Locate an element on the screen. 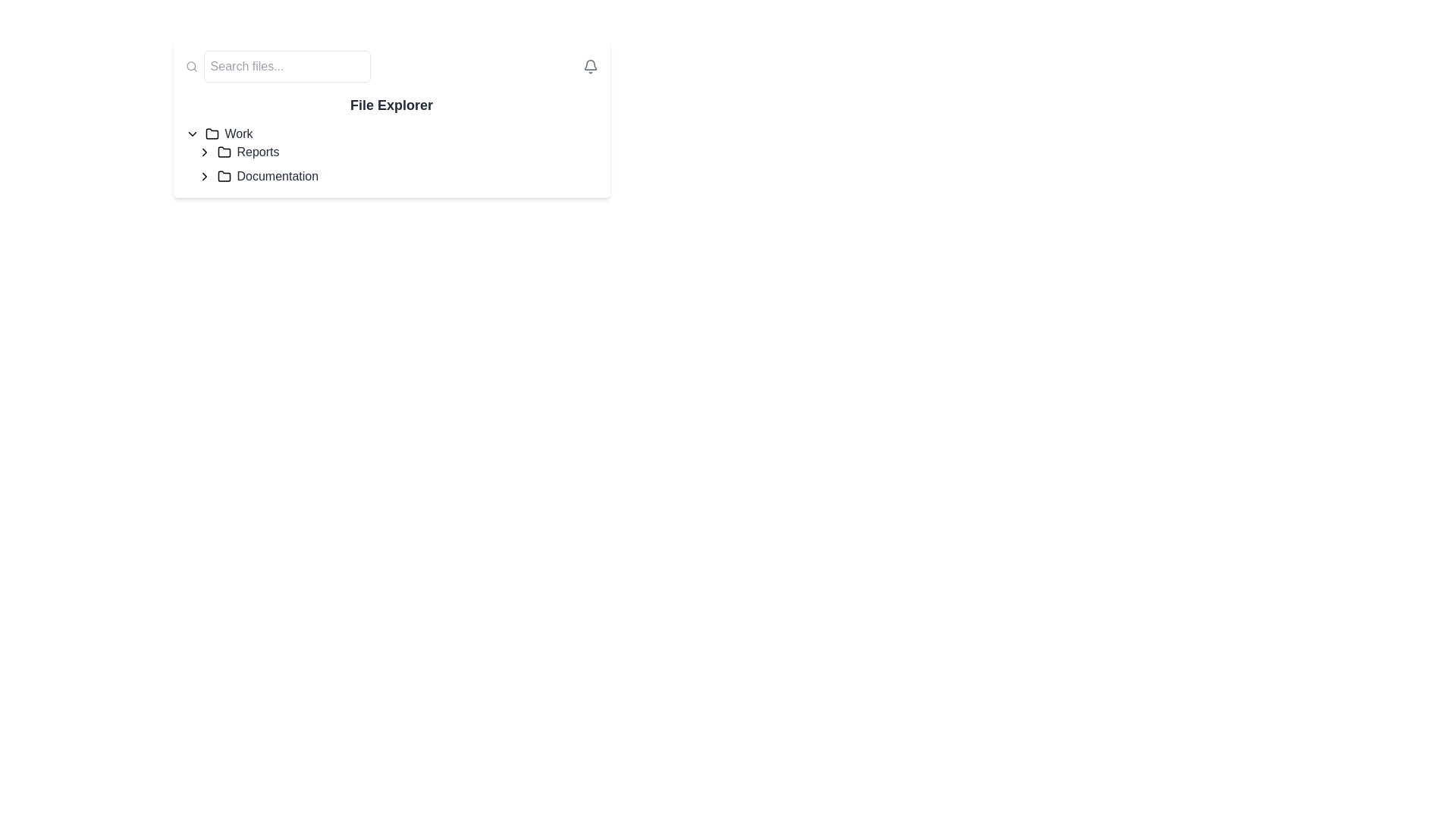  text label indicating the section as 'File Explorer', which is the only text element in its row, situated beneath the search input field is located at coordinates (391, 104).